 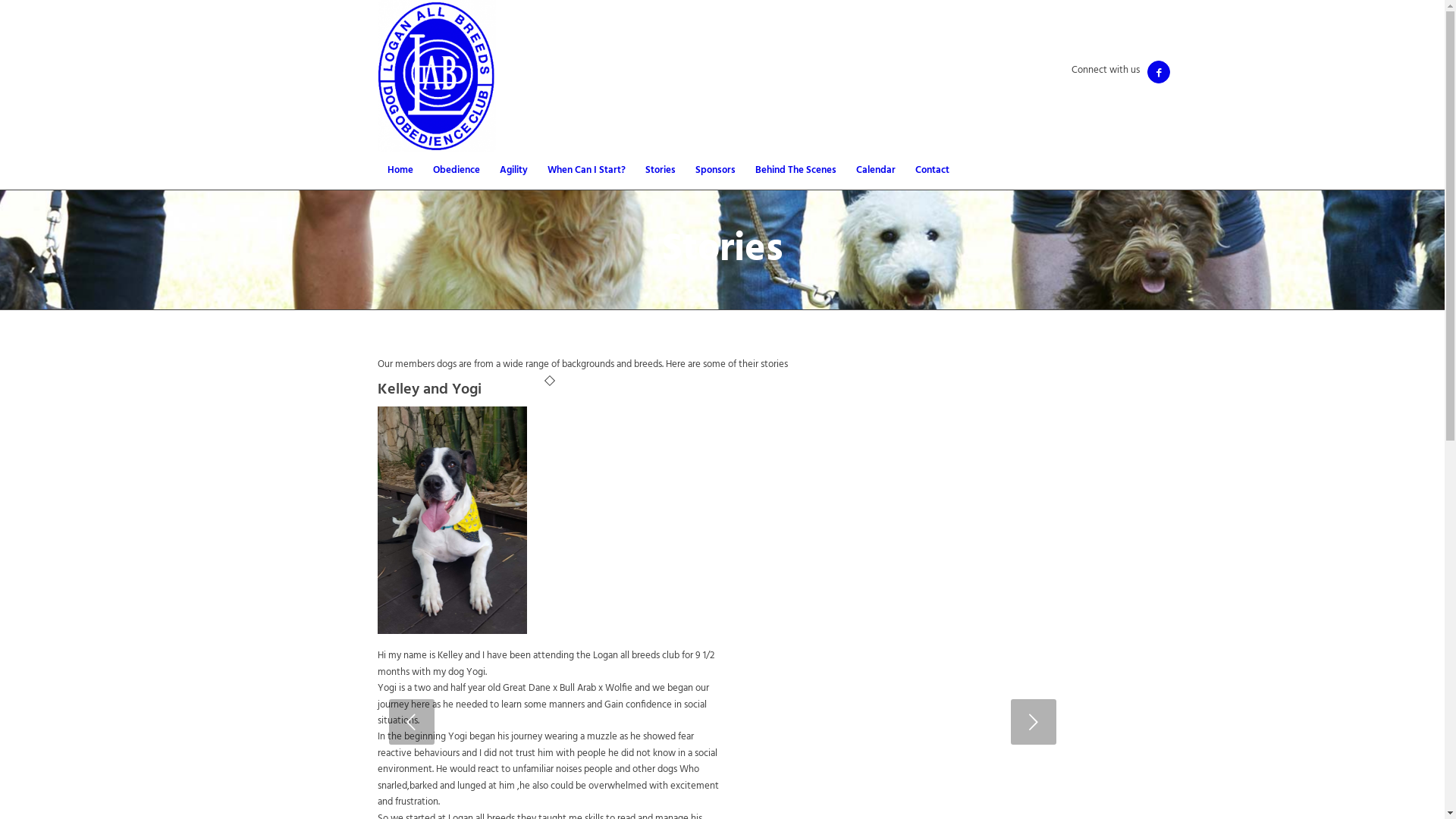 I want to click on 'Obedience', so click(x=455, y=170).